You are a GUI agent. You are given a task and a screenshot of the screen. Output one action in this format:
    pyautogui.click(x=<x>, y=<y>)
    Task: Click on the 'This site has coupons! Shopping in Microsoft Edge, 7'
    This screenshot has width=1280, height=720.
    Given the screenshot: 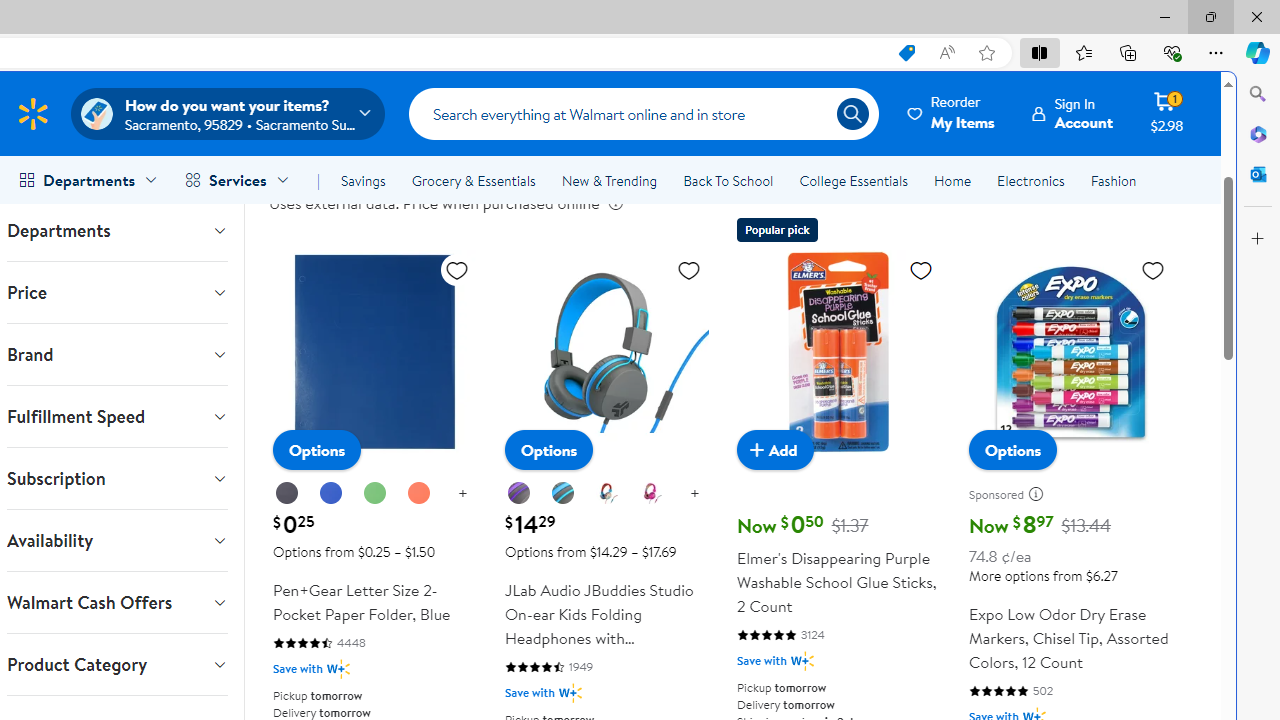 What is the action you would take?
    pyautogui.click(x=905, y=52)
    